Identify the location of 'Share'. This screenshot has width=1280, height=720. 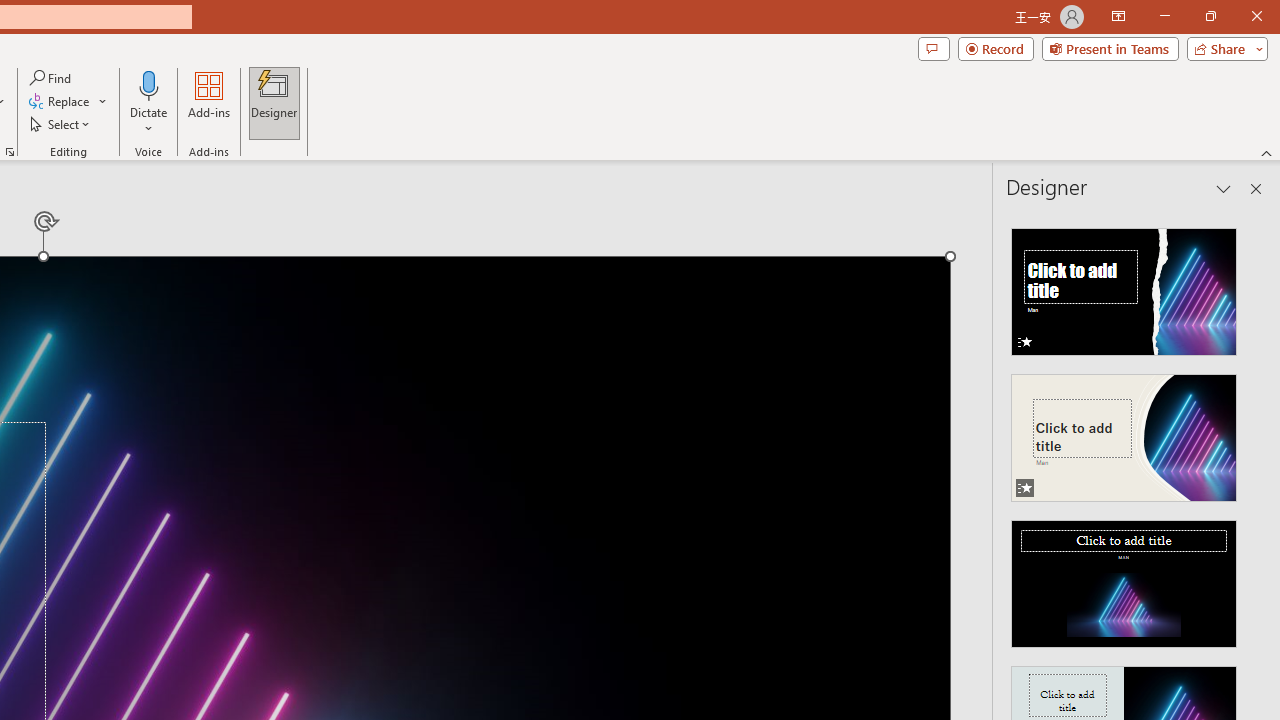
(1222, 47).